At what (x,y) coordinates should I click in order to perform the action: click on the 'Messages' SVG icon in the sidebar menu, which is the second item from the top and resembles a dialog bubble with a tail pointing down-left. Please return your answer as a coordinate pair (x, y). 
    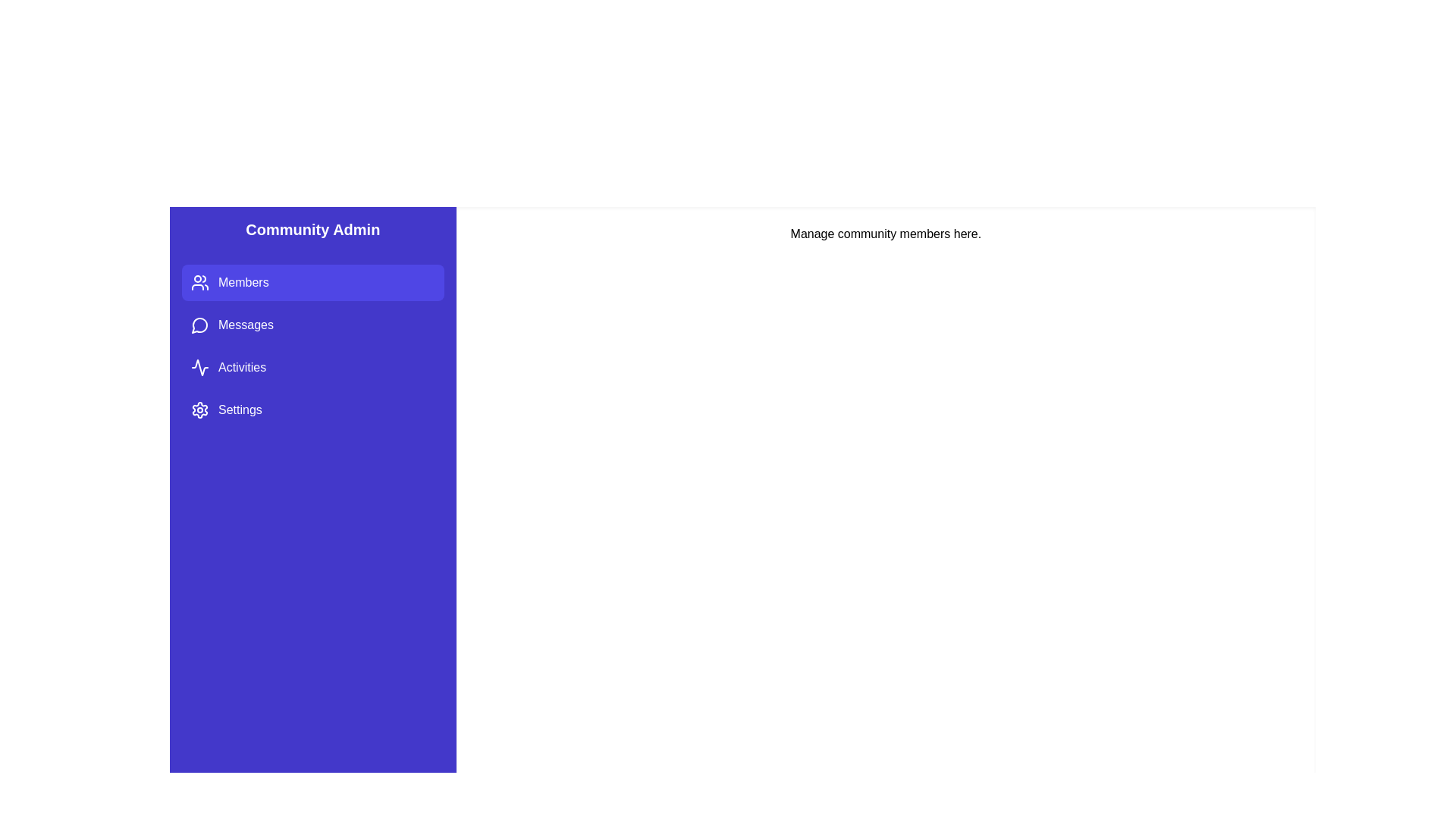
    Looking at the image, I should click on (199, 325).